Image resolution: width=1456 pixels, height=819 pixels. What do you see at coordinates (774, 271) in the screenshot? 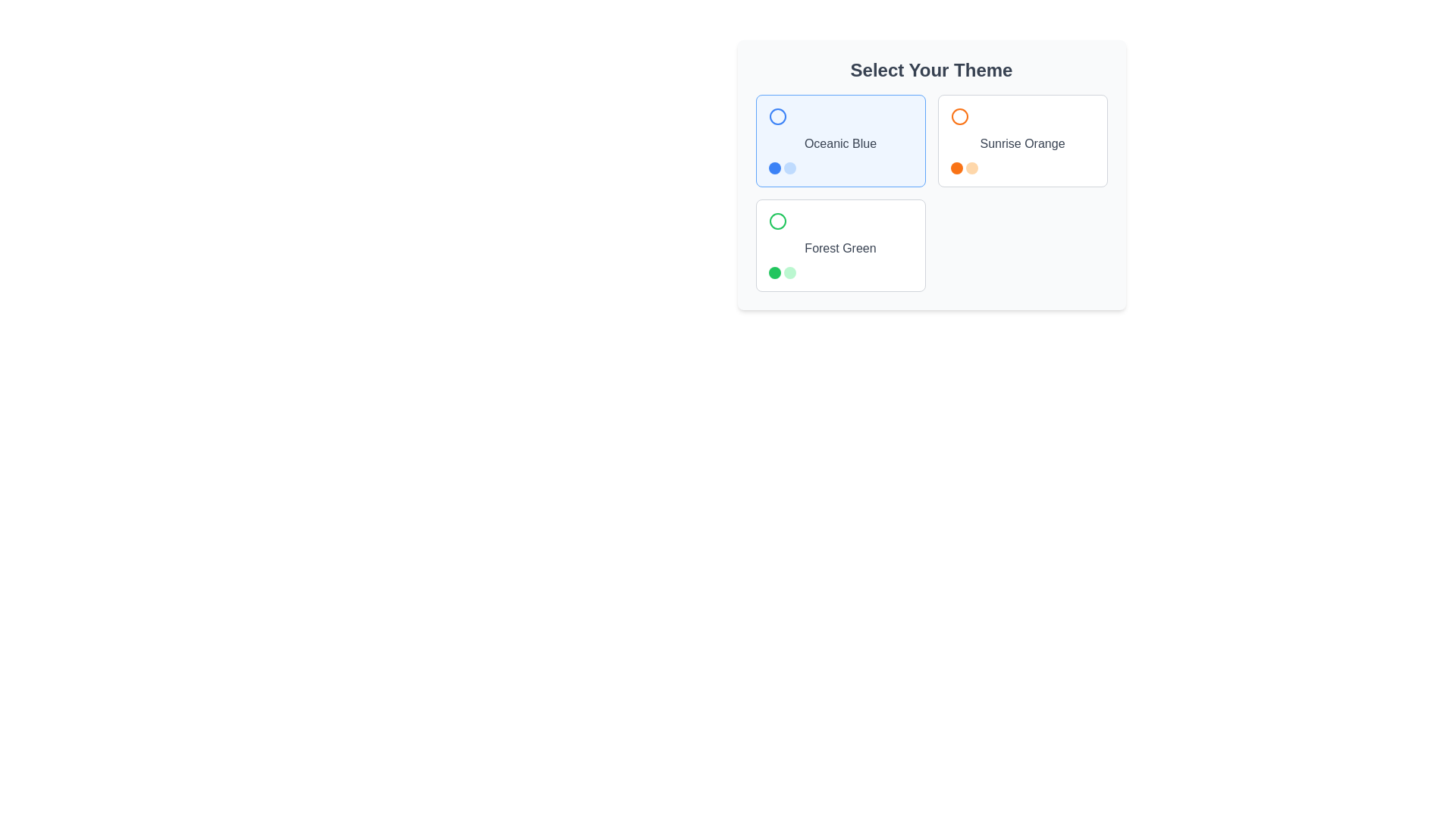
I see `the first circular visual indicator styled with a green color, located under the 'Forest Green' theme option` at bounding box center [774, 271].